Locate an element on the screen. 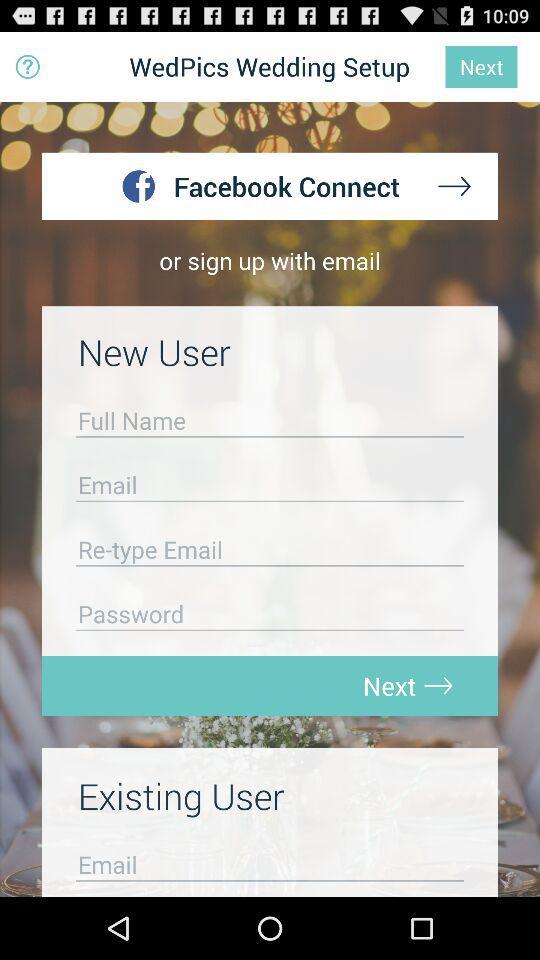 The width and height of the screenshot is (540, 960). icon to the left of wedpics wedding setup item is located at coordinates (26, 66).